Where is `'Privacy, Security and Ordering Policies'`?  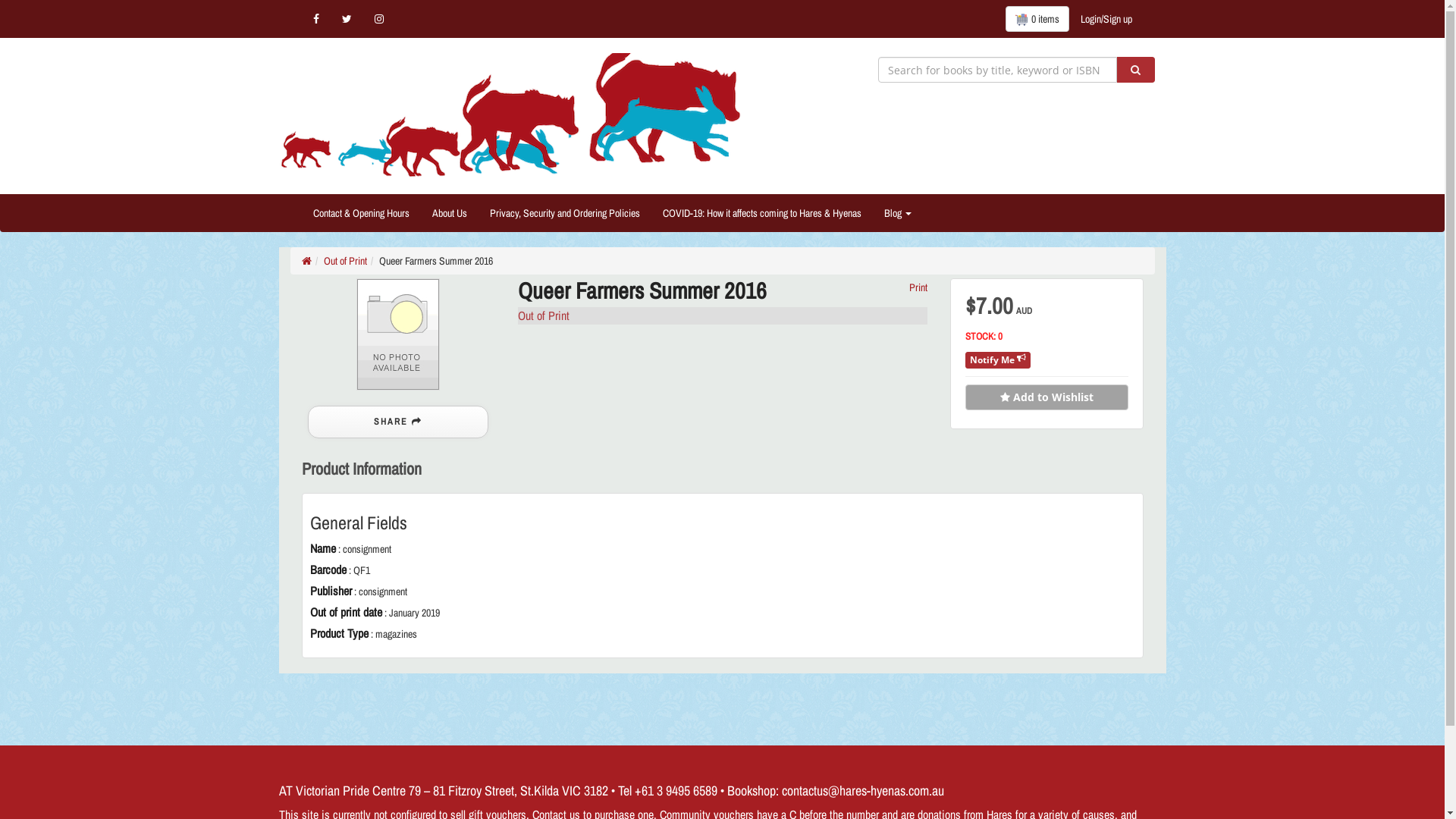
'Privacy, Security and Ordering Policies' is located at coordinates (476, 213).